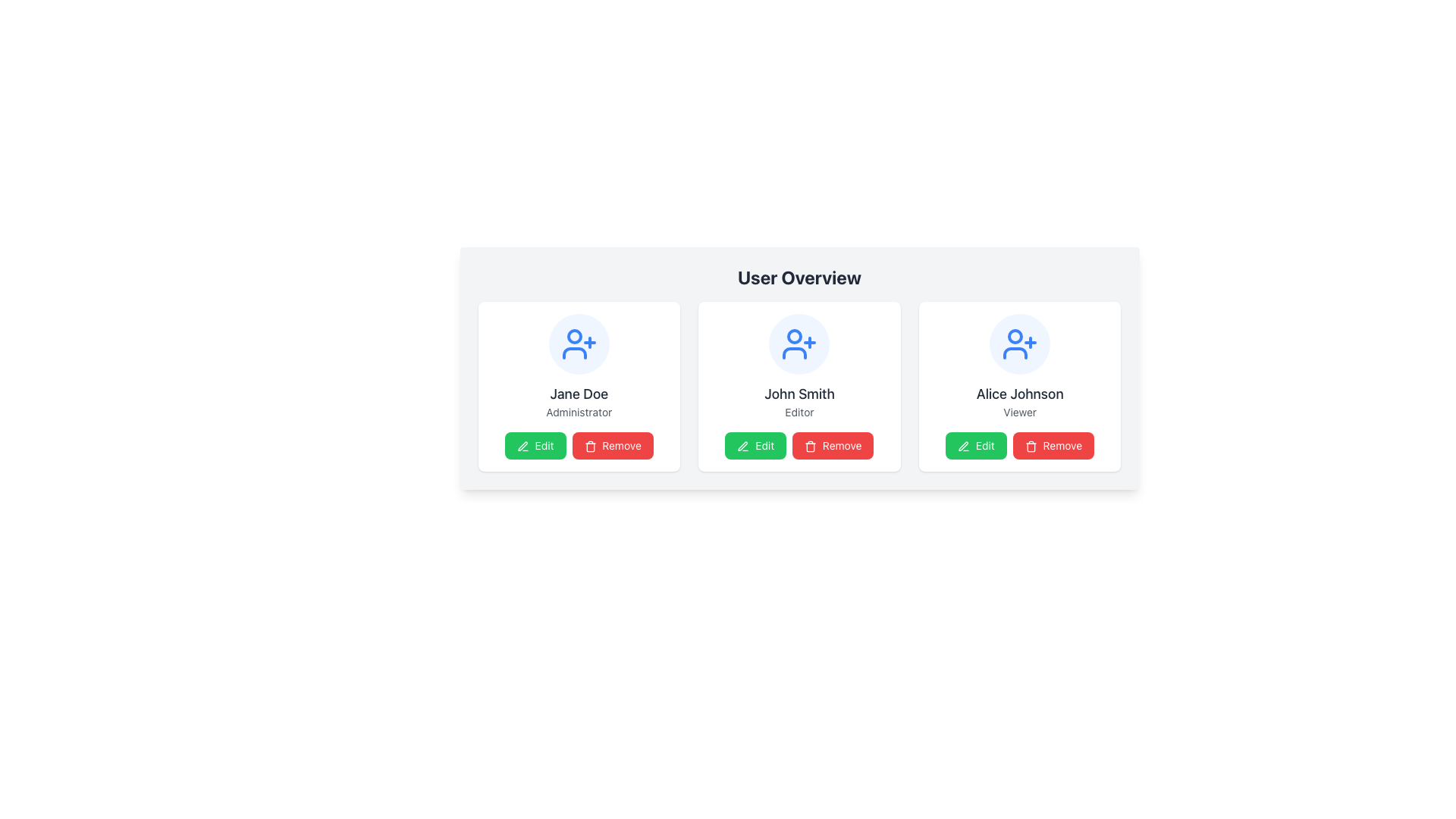 Image resolution: width=1456 pixels, height=819 pixels. I want to click on the edit button associated with 'Jane Doe' to change its color, so click(535, 444).